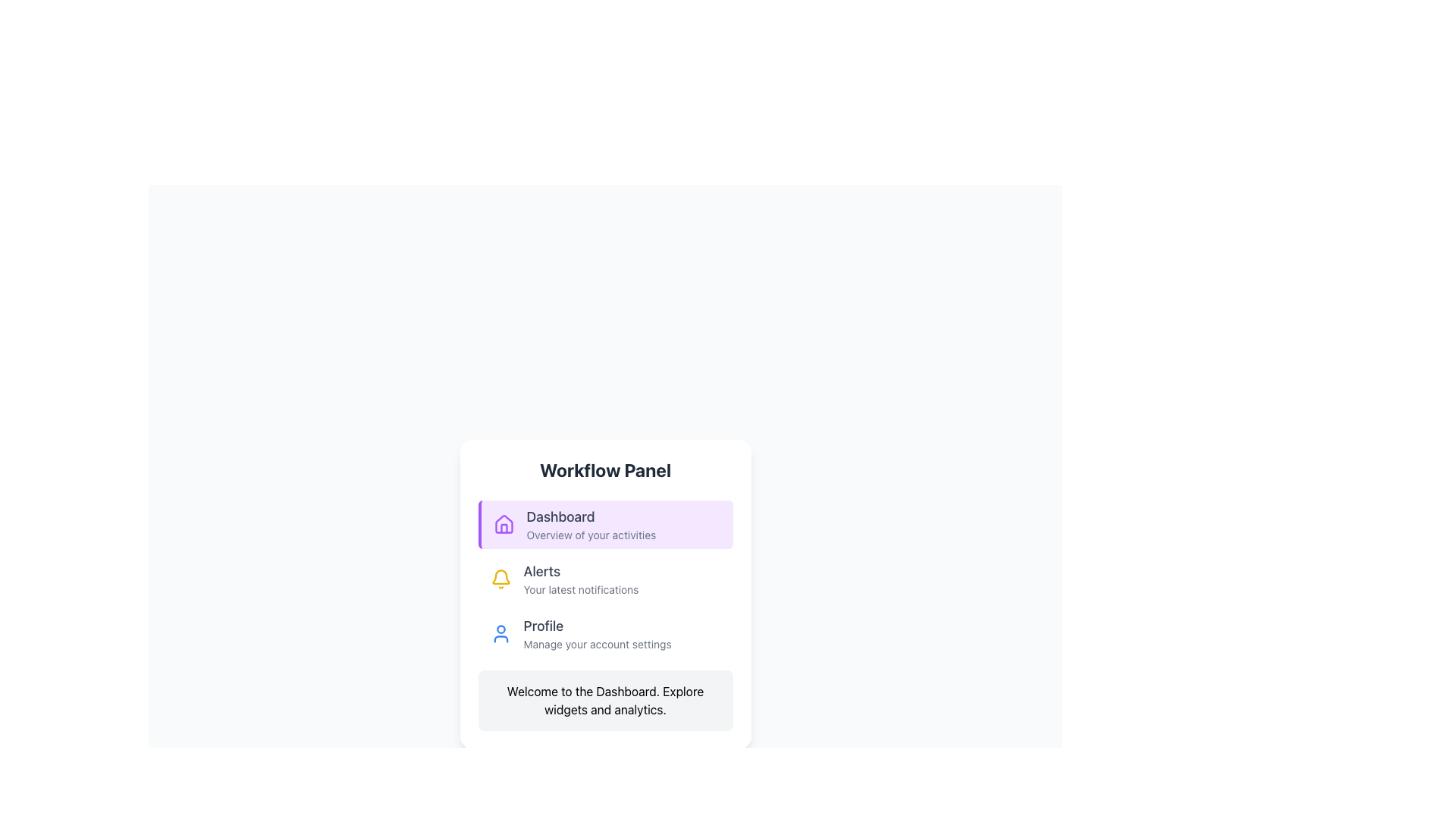 The height and width of the screenshot is (819, 1456). I want to click on the 'Profile' menu item, which features a bold dark gray header and a descriptive lighter gray subtext, to trigger its hover effects, so click(597, 634).